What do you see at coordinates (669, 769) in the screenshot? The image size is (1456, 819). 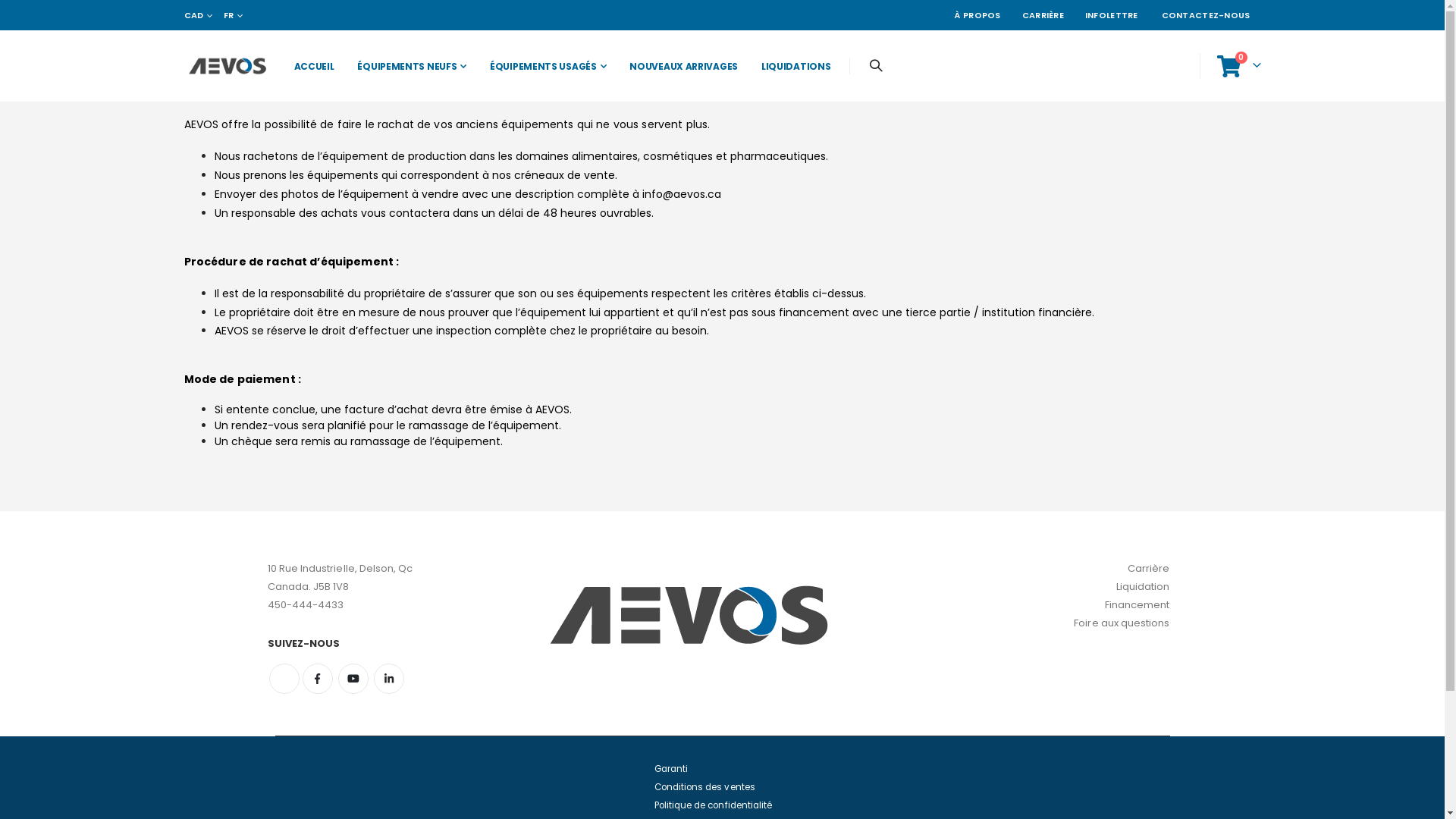 I see `'Garanti'` at bounding box center [669, 769].